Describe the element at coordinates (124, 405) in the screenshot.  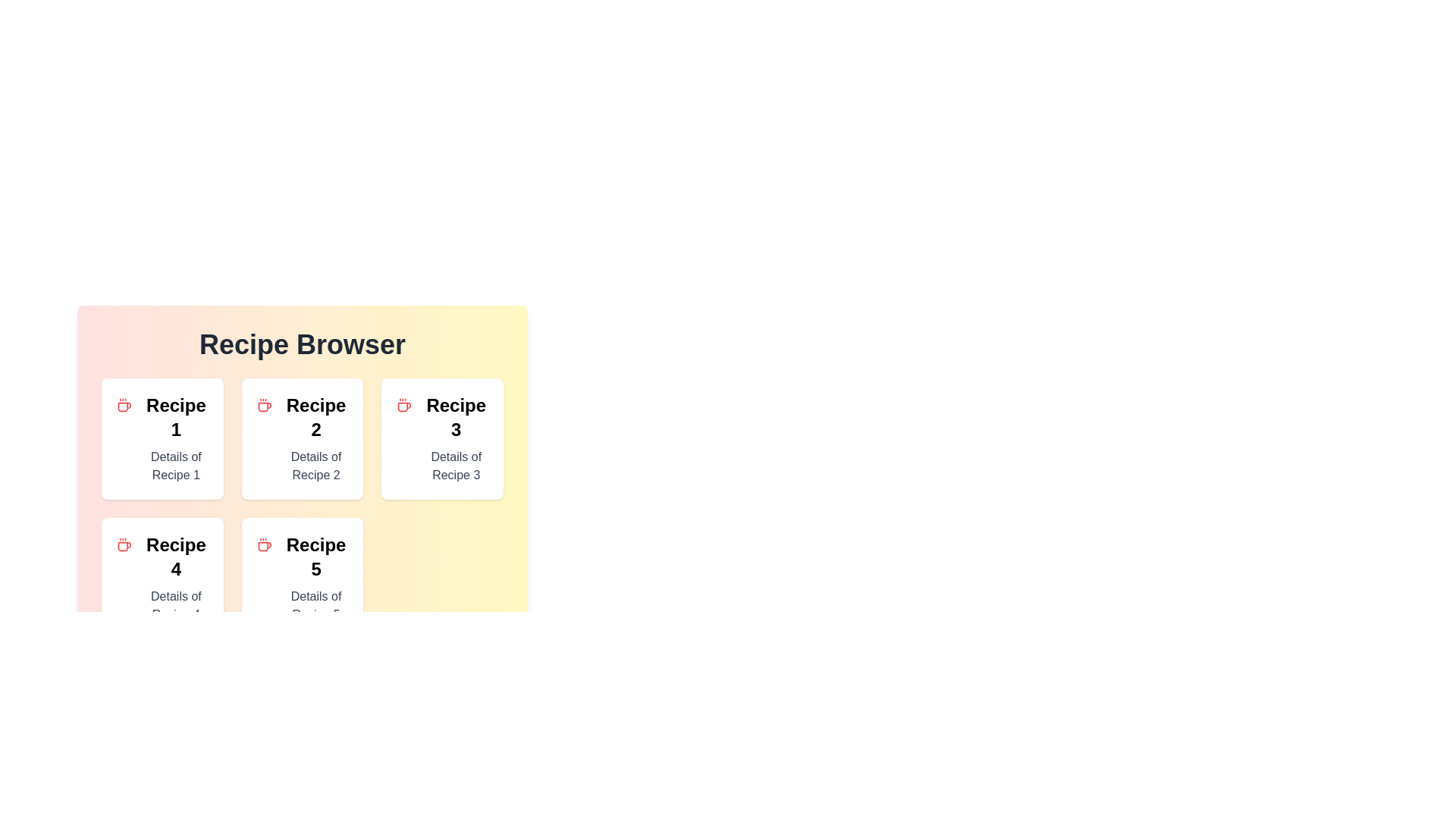
I see `the coffee cup icon to the left of the 'Recipe 1' text in the recipe grid` at that location.